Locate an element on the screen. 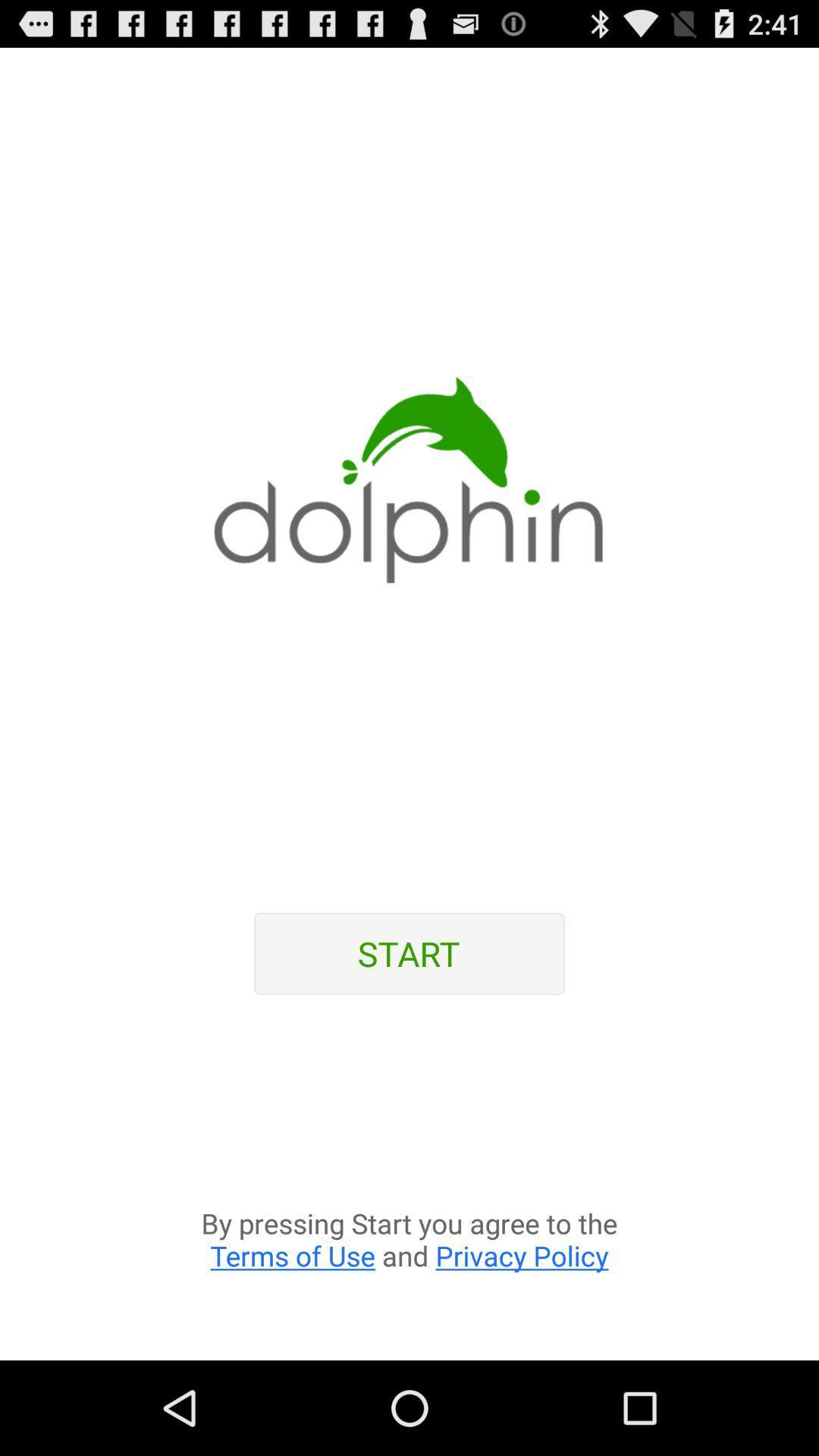 This screenshot has width=819, height=1456. icon below the start icon is located at coordinates (409, 1186).